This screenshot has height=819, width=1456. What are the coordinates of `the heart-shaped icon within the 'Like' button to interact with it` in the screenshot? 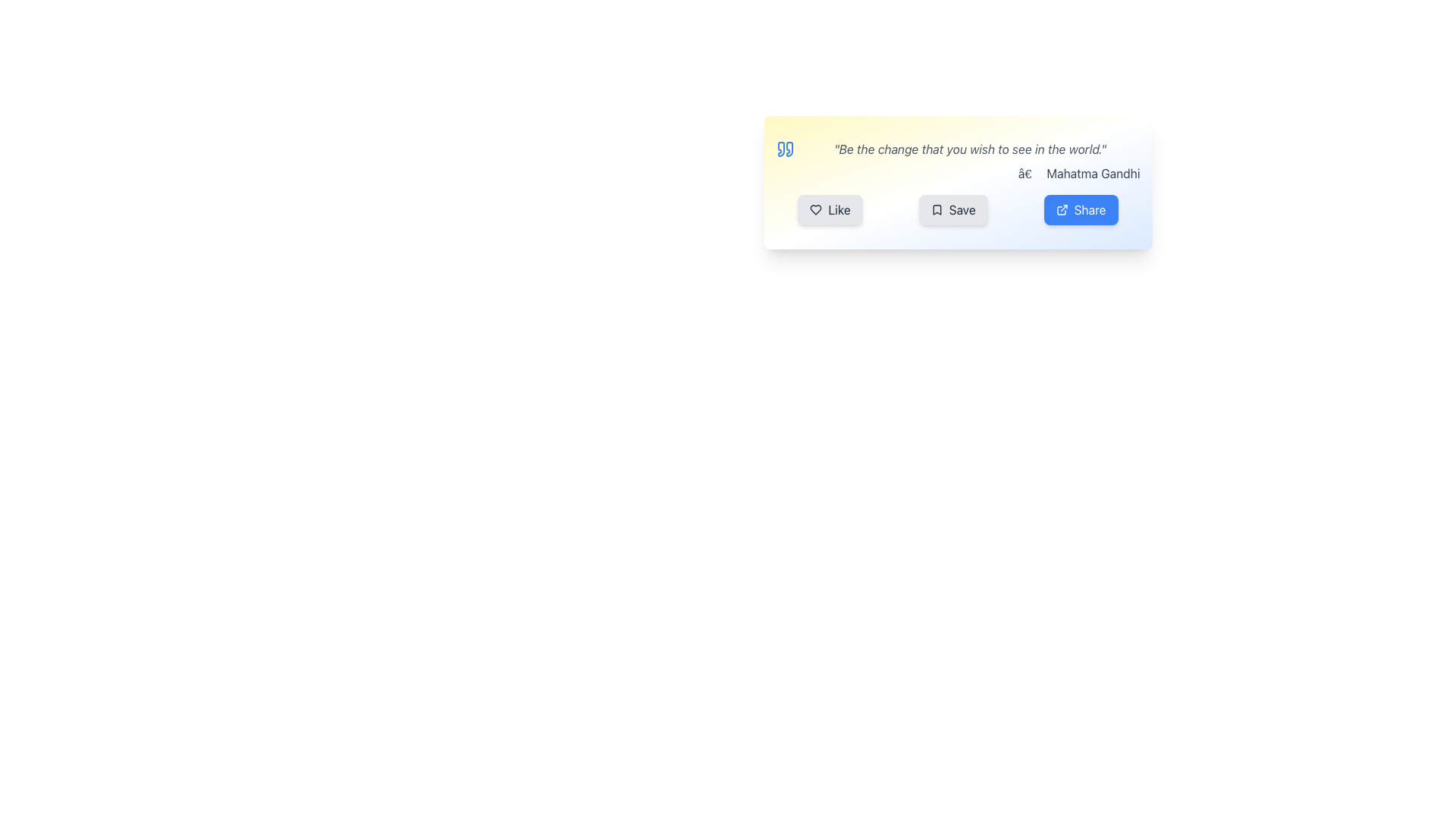 It's located at (815, 210).